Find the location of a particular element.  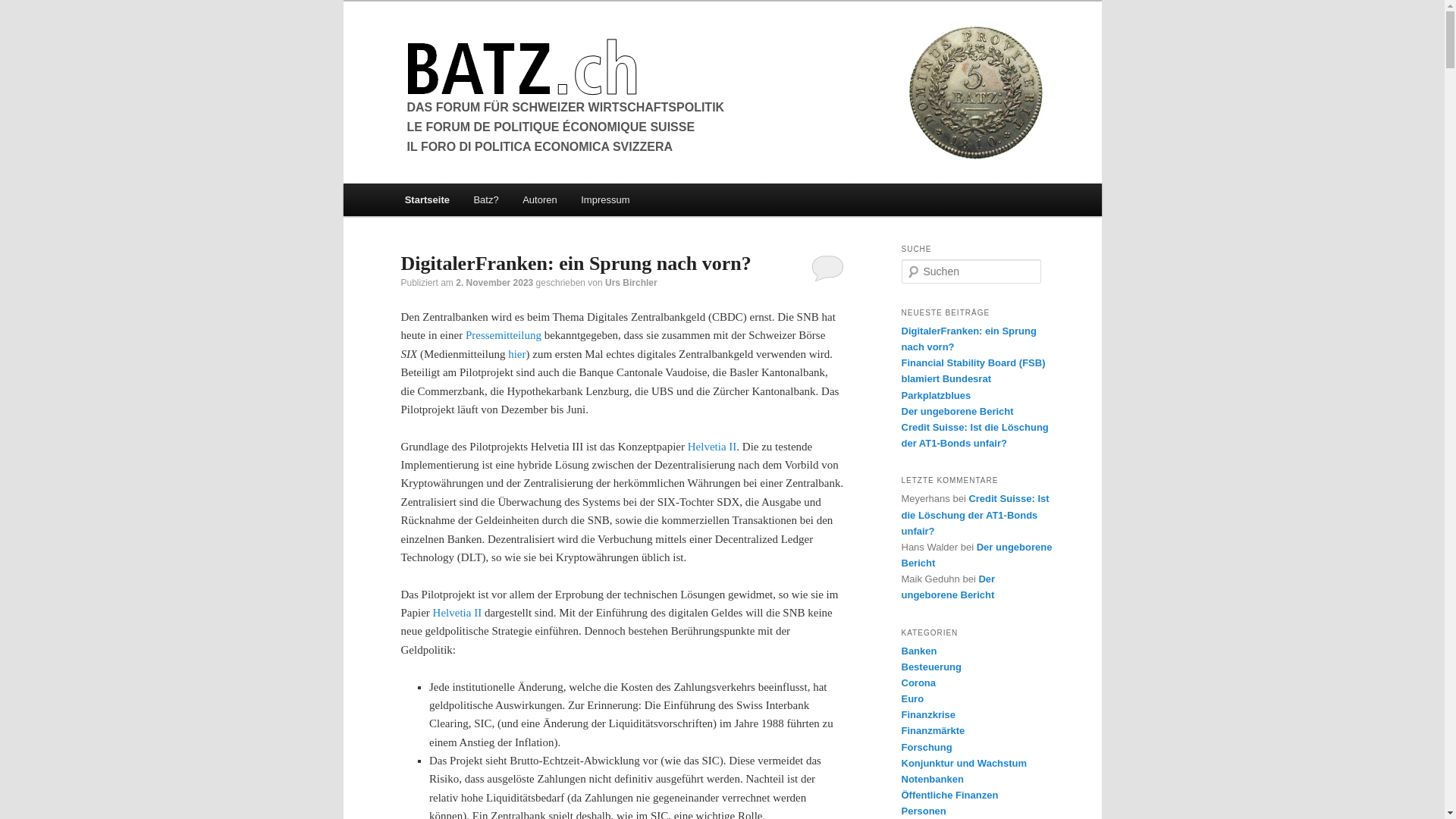

'Parkplatzblues' is located at coordinates (934, 394).